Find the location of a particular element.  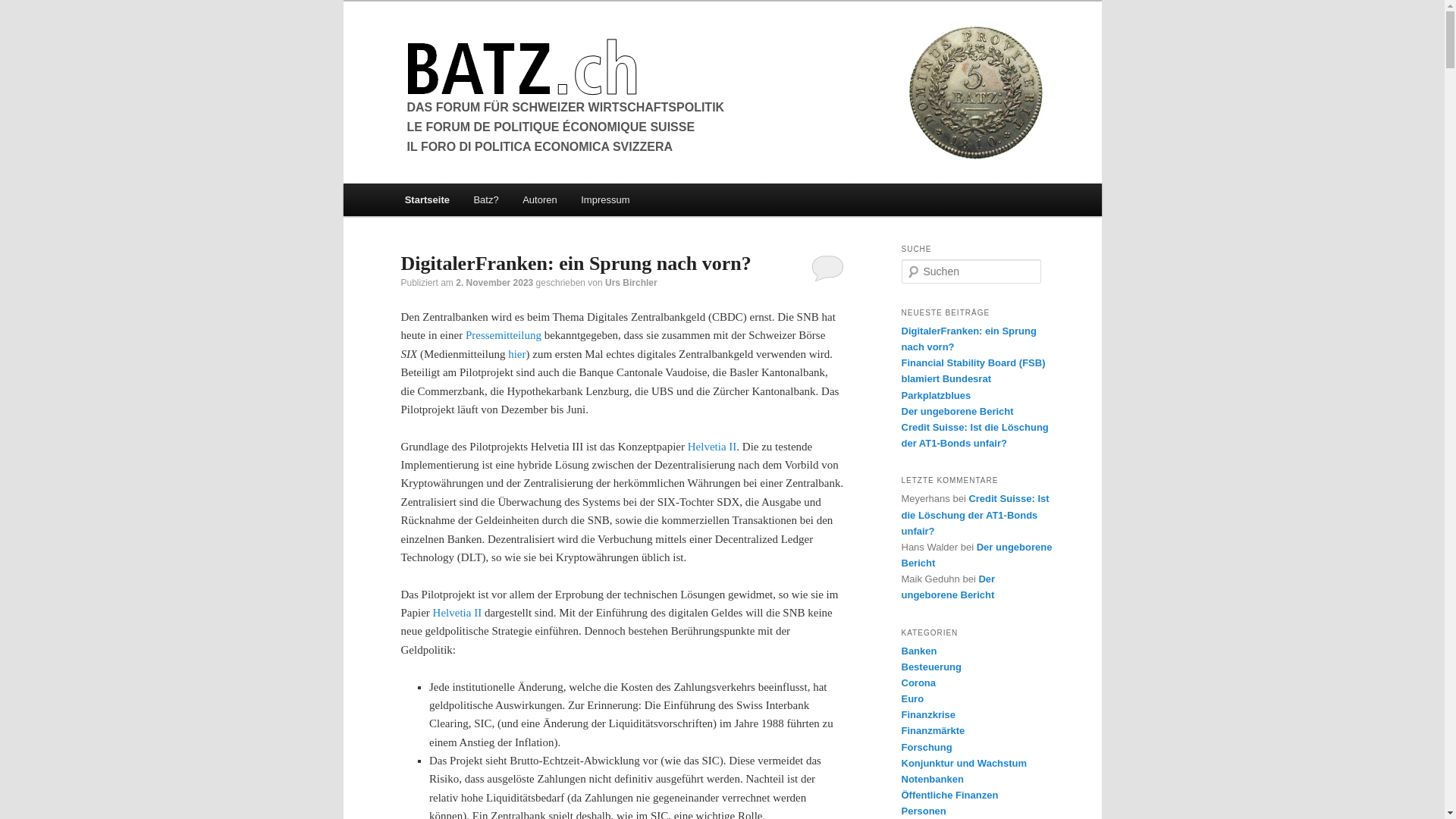

'Parkplatzblues' is located at coordinates (934, 394).